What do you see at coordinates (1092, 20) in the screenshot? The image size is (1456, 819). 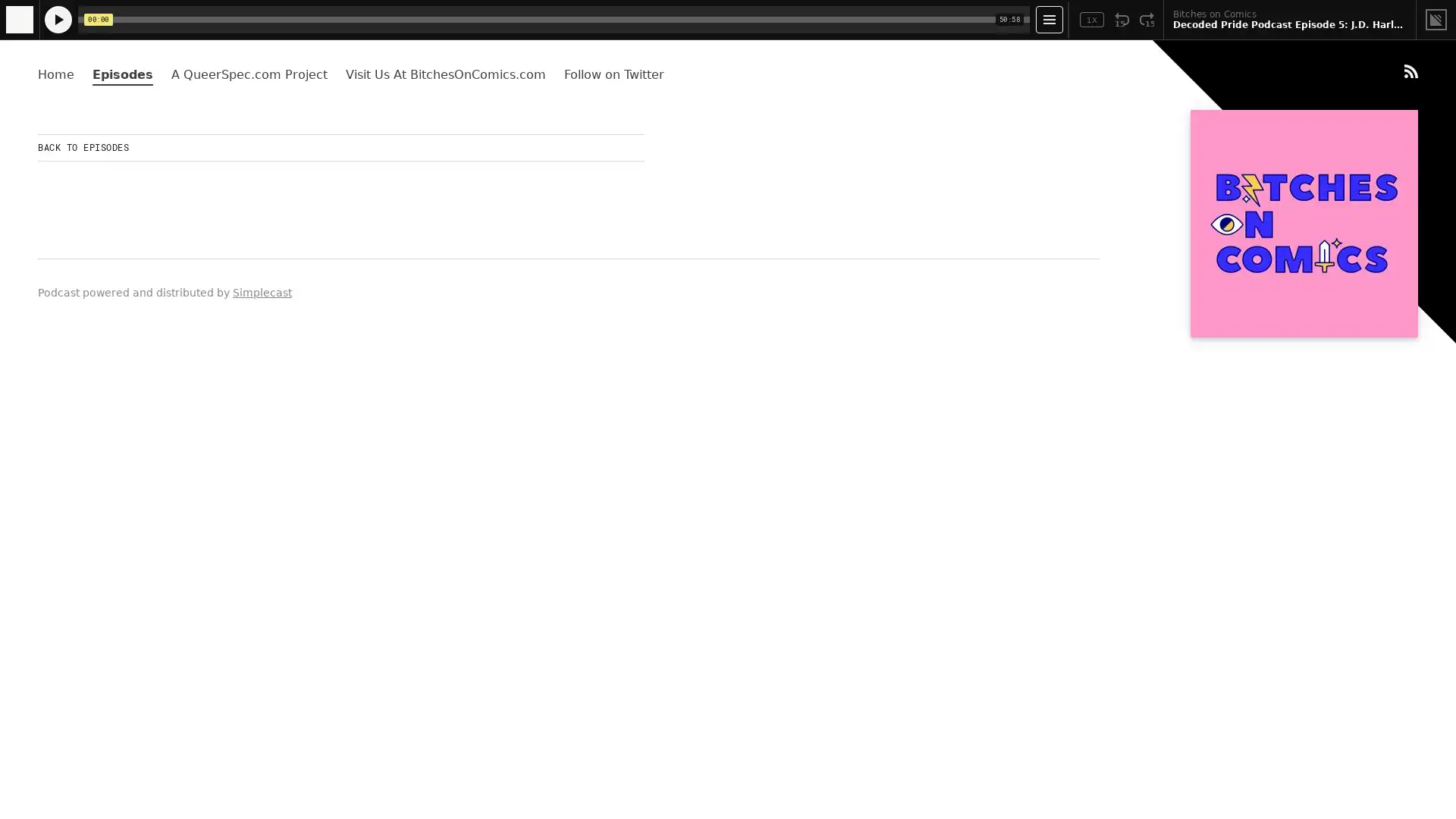 I see `Toggle Speed: Current Speed 1x` at bounding box center [1092, 20].